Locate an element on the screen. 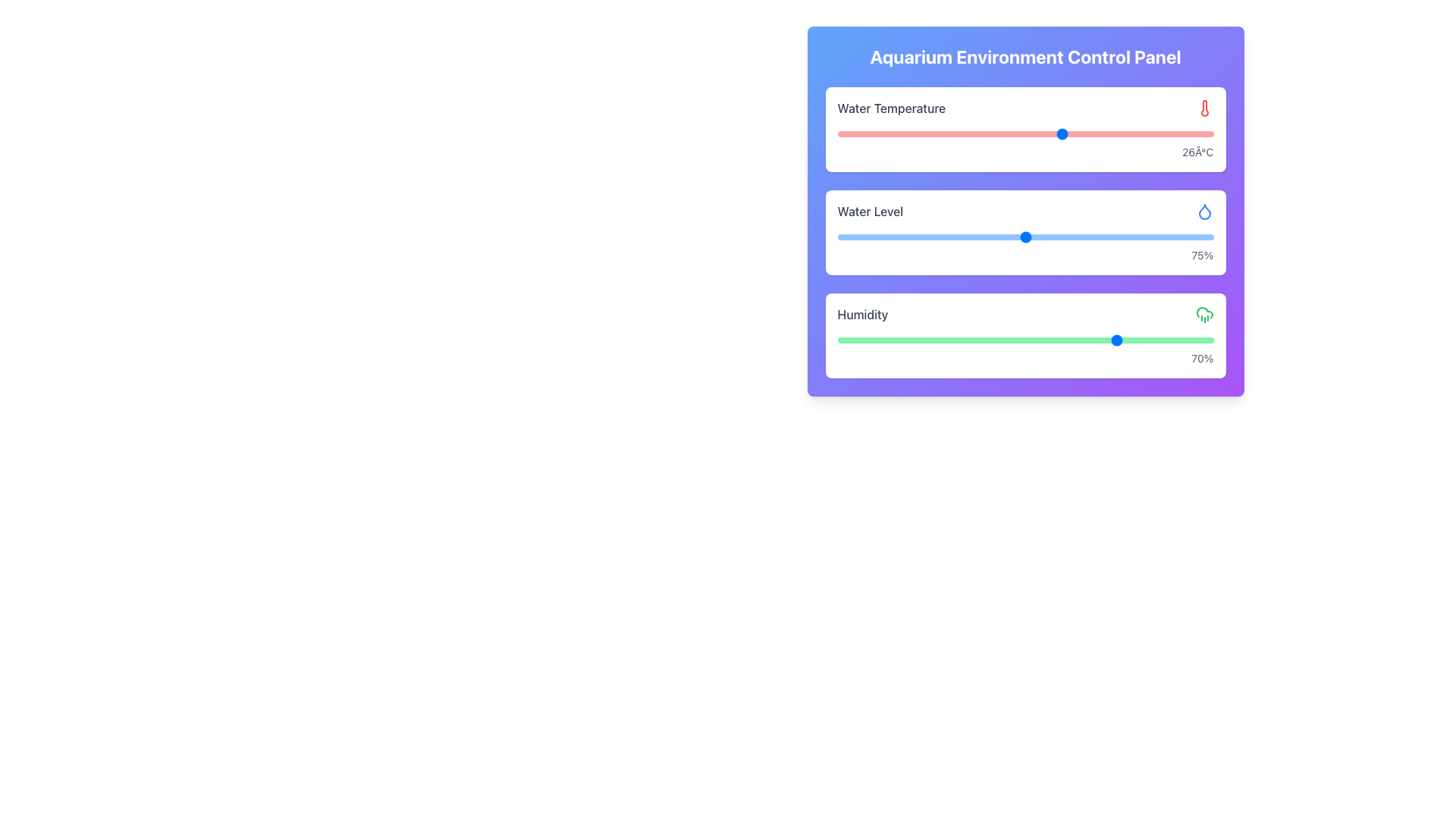 The height and width of the screenshot is (819, 1456). the water level is located at coordinates (1093, 237).